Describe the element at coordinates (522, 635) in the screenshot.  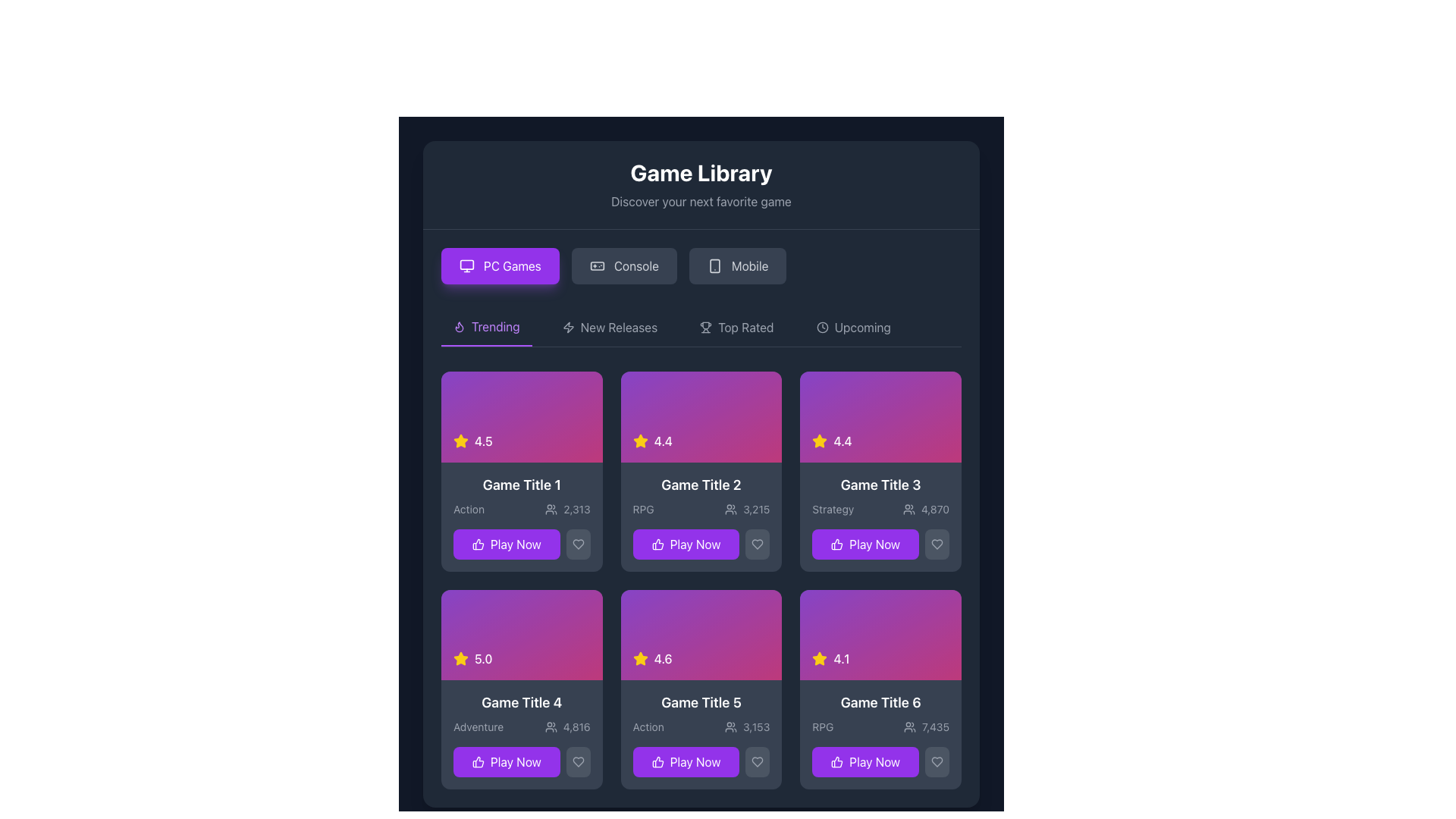
I see `the static informational visual element that displays the rating for 'Game Title 4', located in the second row, first column of the grid layout, directly above the game's title and action buttons` at that location.